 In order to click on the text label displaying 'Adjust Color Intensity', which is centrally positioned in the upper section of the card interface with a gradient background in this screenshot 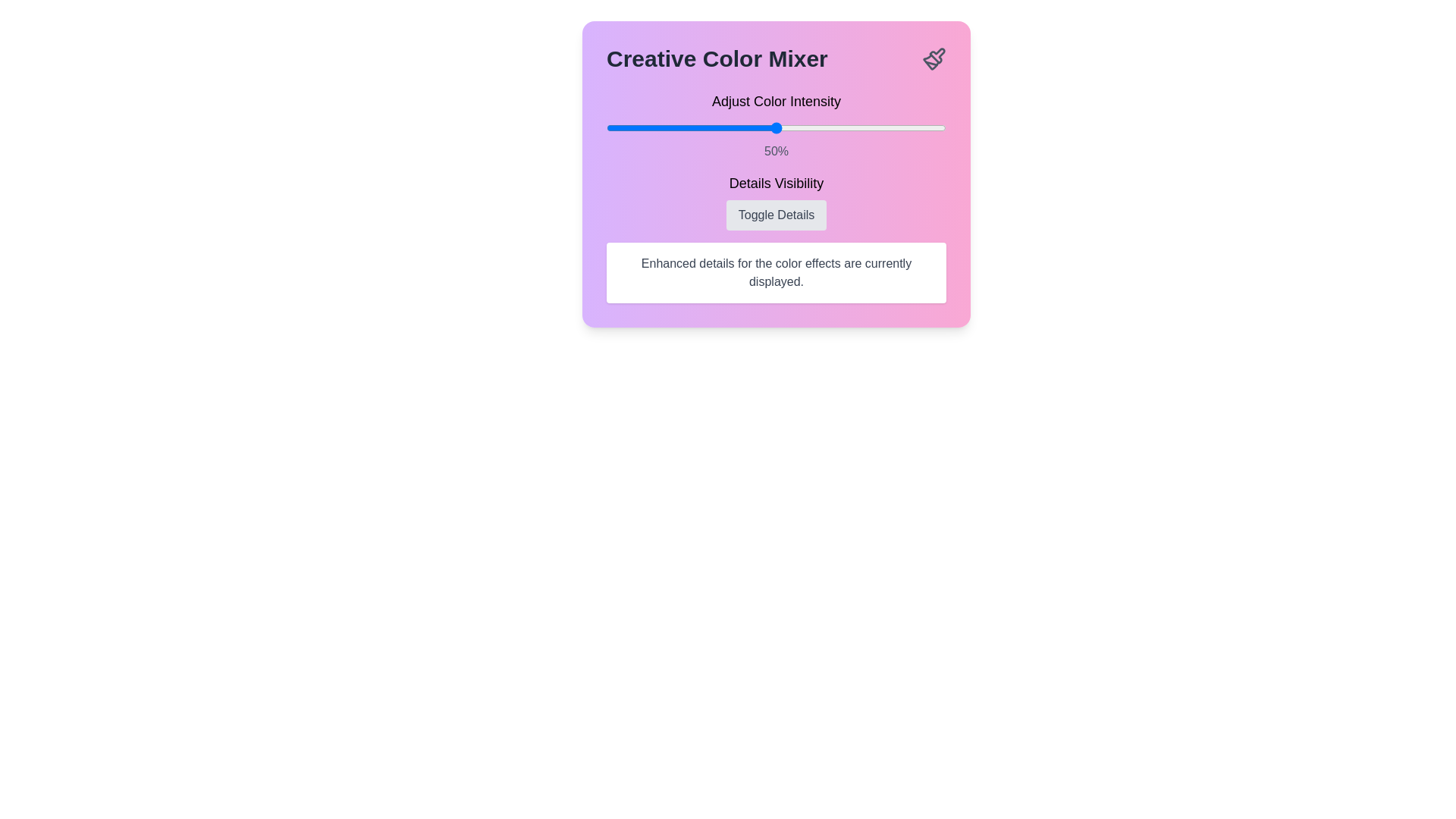, I will do `click(776, 102)`.